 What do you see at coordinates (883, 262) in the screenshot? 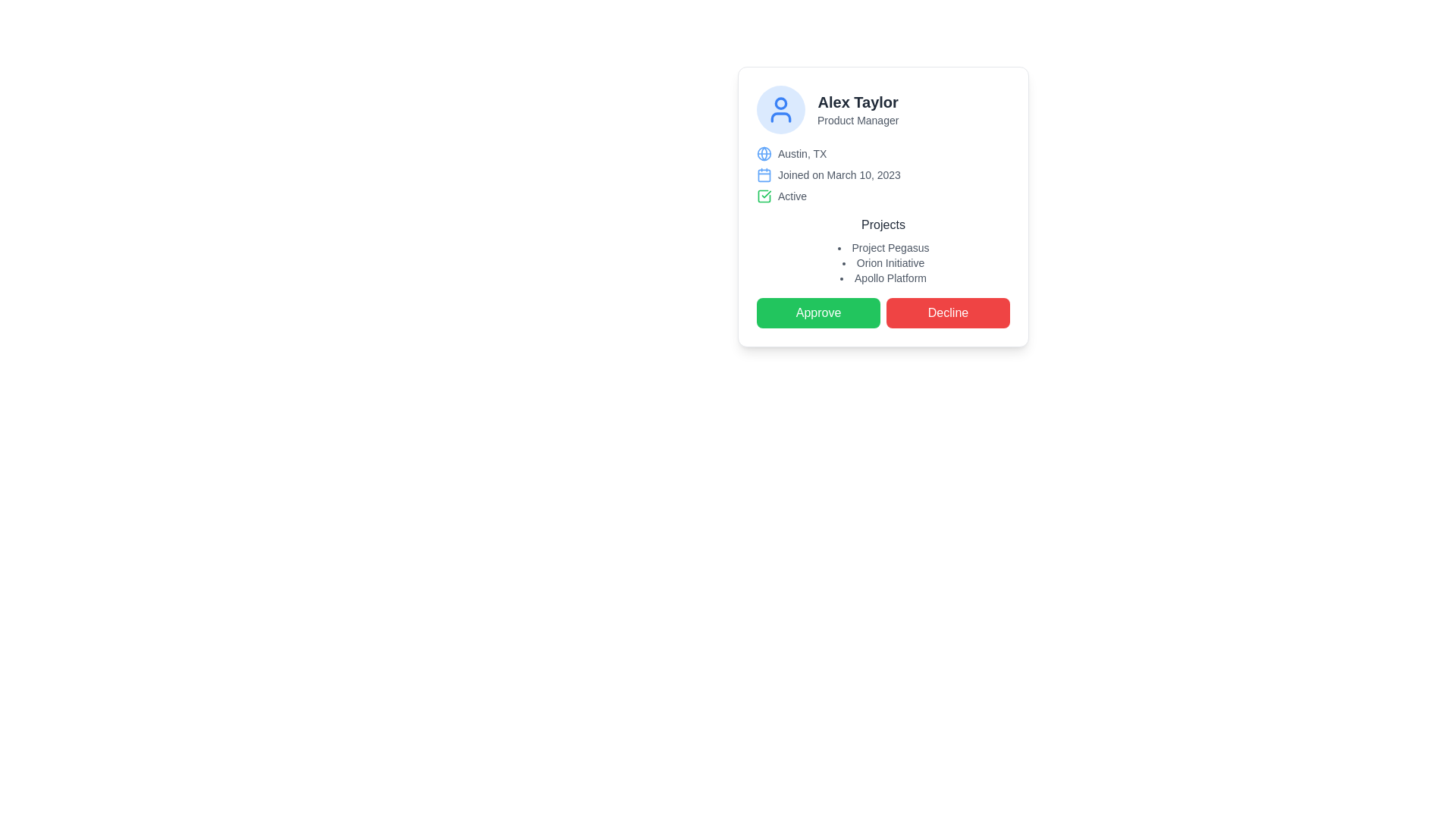
I see `information from the second bullet point labeled 'Orion Initiative' in the 'Projects' list, which is centrally aligned within the card interface` at bounding box center [883, 262].